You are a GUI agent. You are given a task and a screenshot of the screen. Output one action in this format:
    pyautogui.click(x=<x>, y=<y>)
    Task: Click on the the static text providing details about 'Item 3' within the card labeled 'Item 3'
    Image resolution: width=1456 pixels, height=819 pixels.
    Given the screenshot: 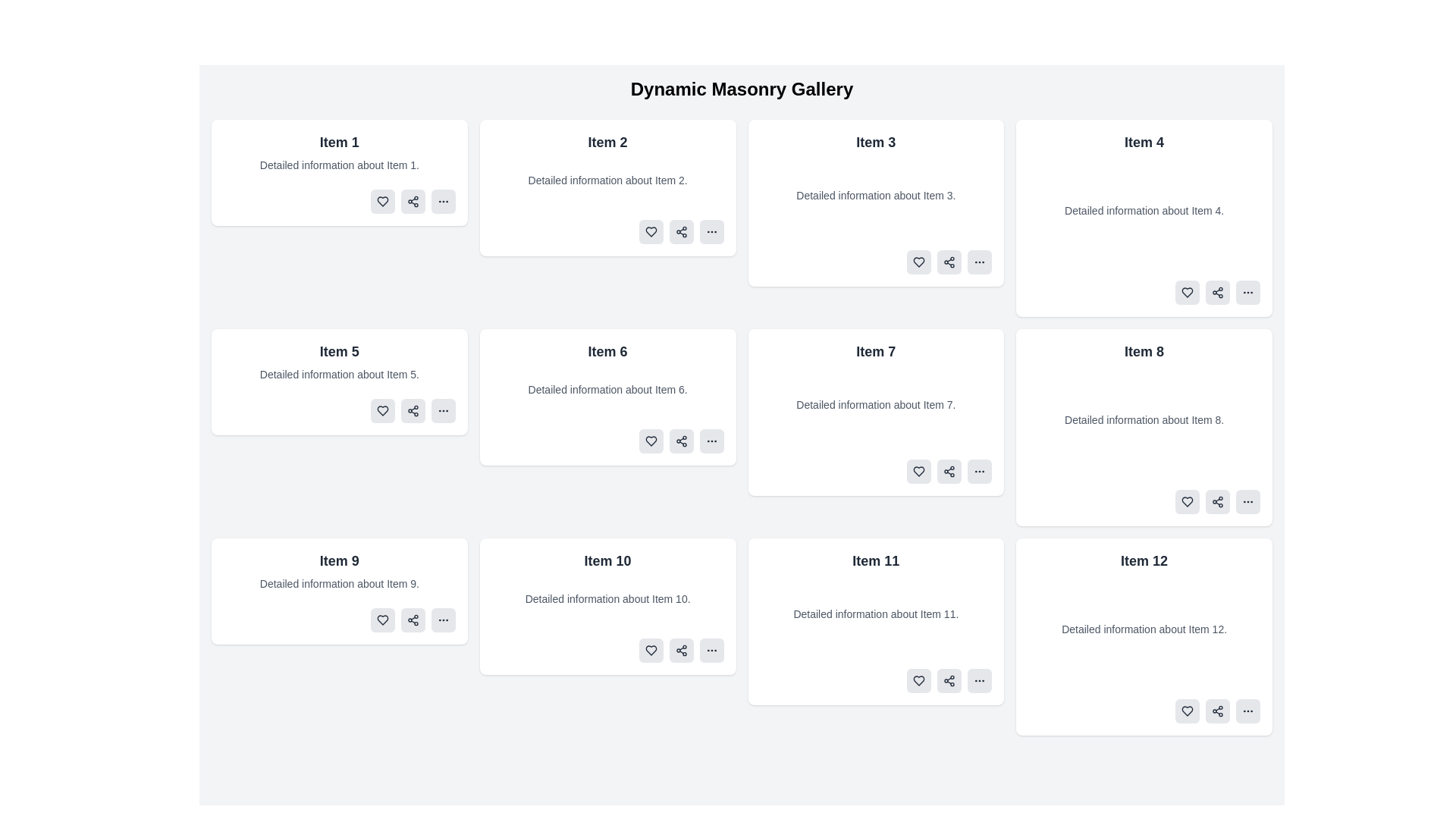 What is the action you would take?
    pyautogui.click(x=876, y=195)
    